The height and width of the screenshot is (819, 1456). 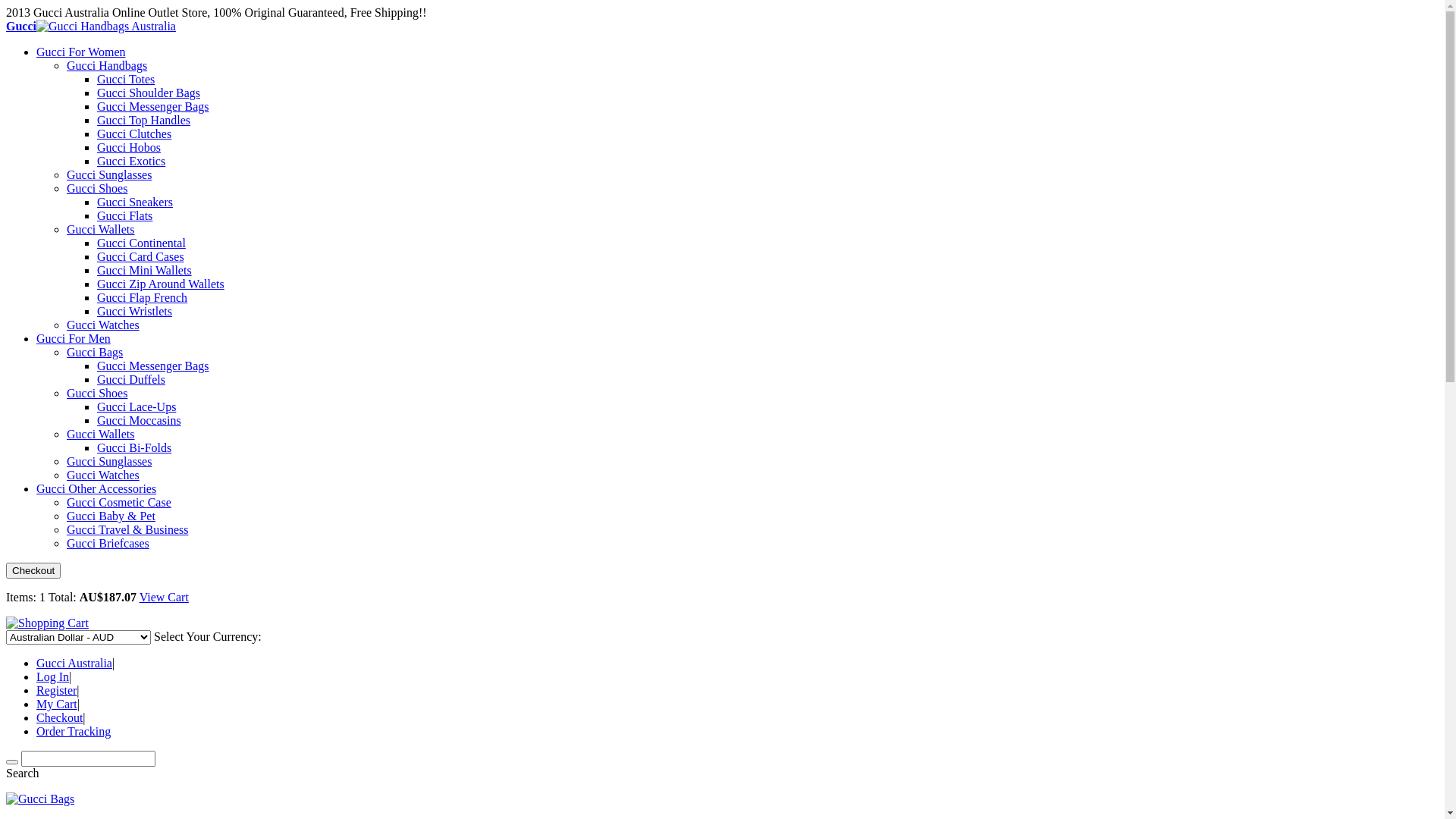 I want to click on 'Gucci', so click(x=6, y=26).